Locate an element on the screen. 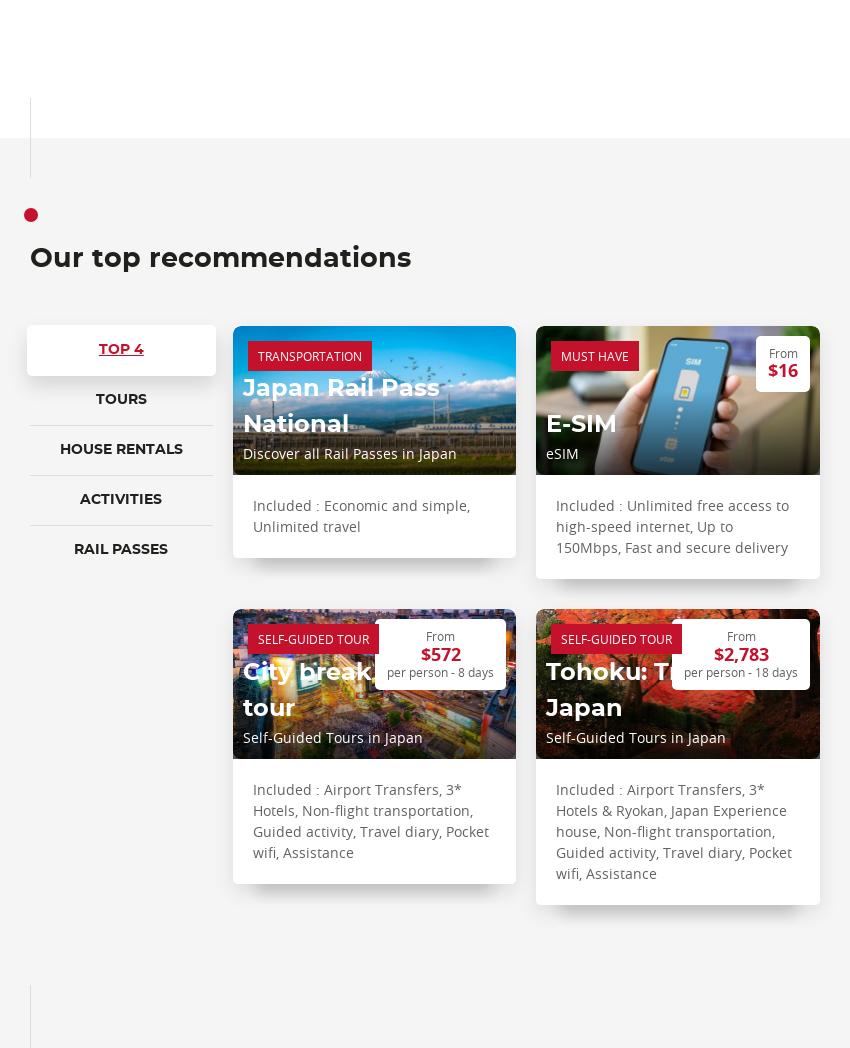 This screenshot has height=1048, width=850. 'Activities' is located at coordinates (120, 500).